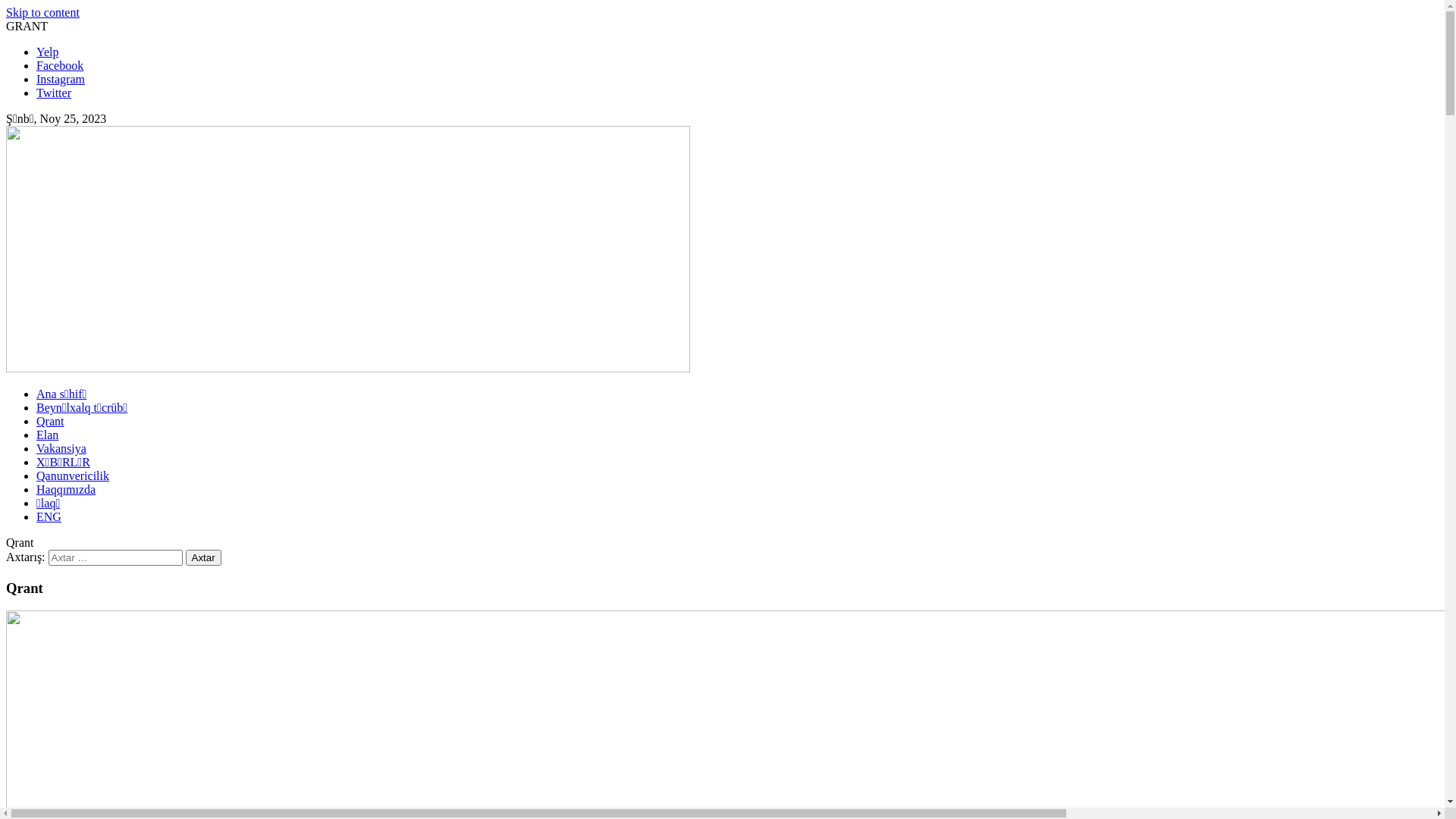  I want to click on 'Instagram', so click(36, 79).